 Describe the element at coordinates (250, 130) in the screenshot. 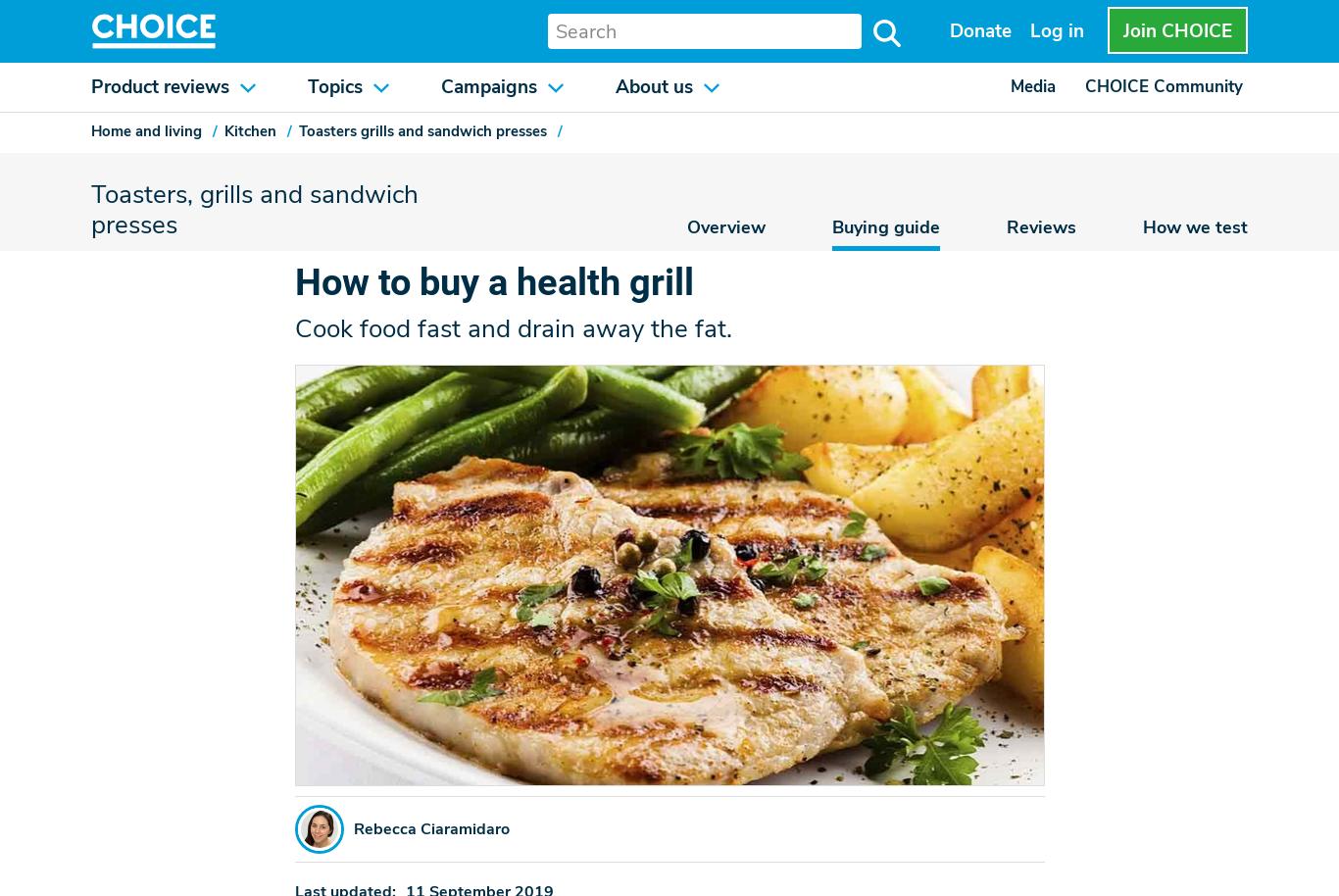

I see `'Kitchen'` at that location.